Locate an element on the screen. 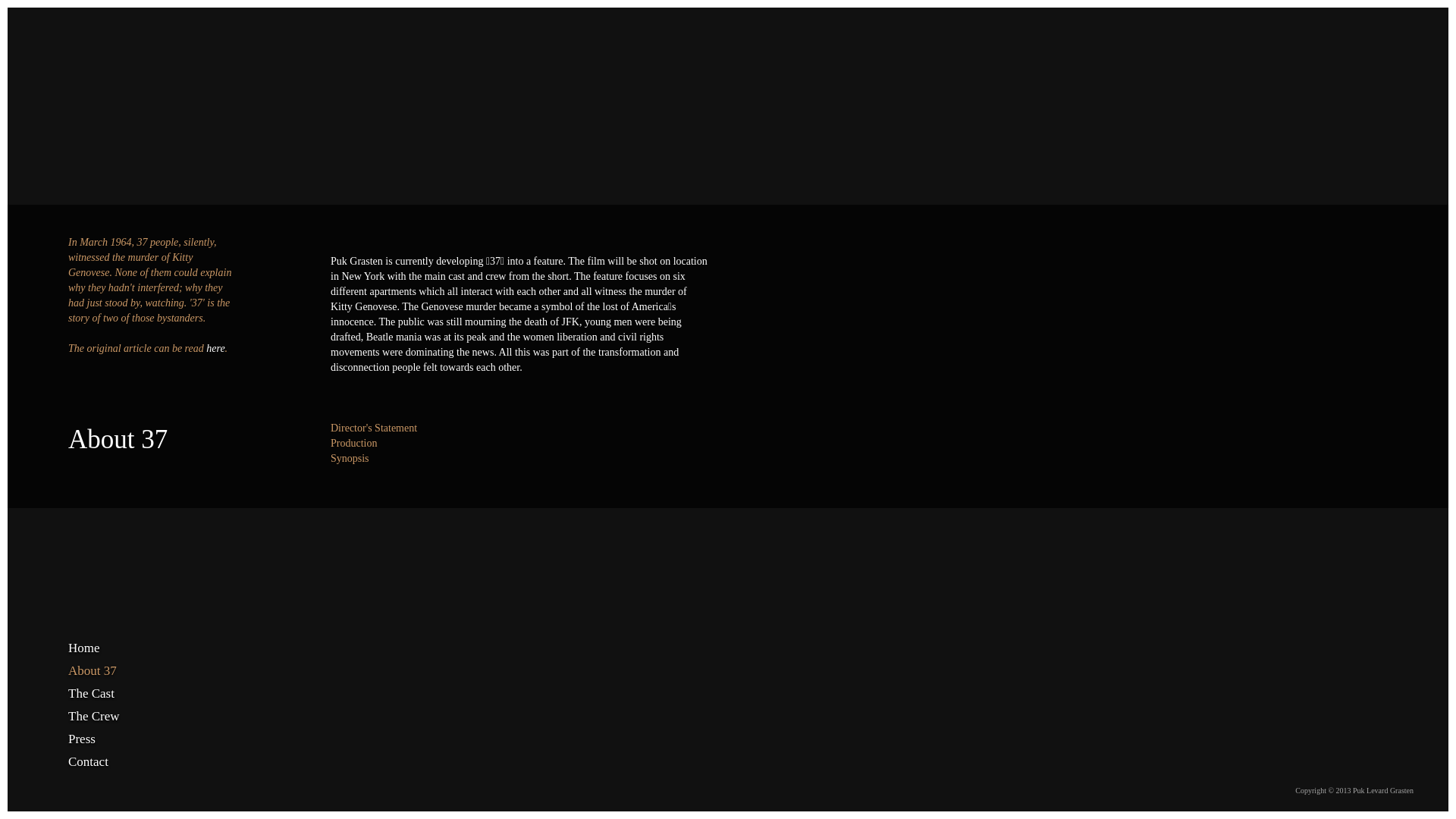 The width and height of the screenshot is (1456, 819). 'About 37' is located at coordinates (108, 670).